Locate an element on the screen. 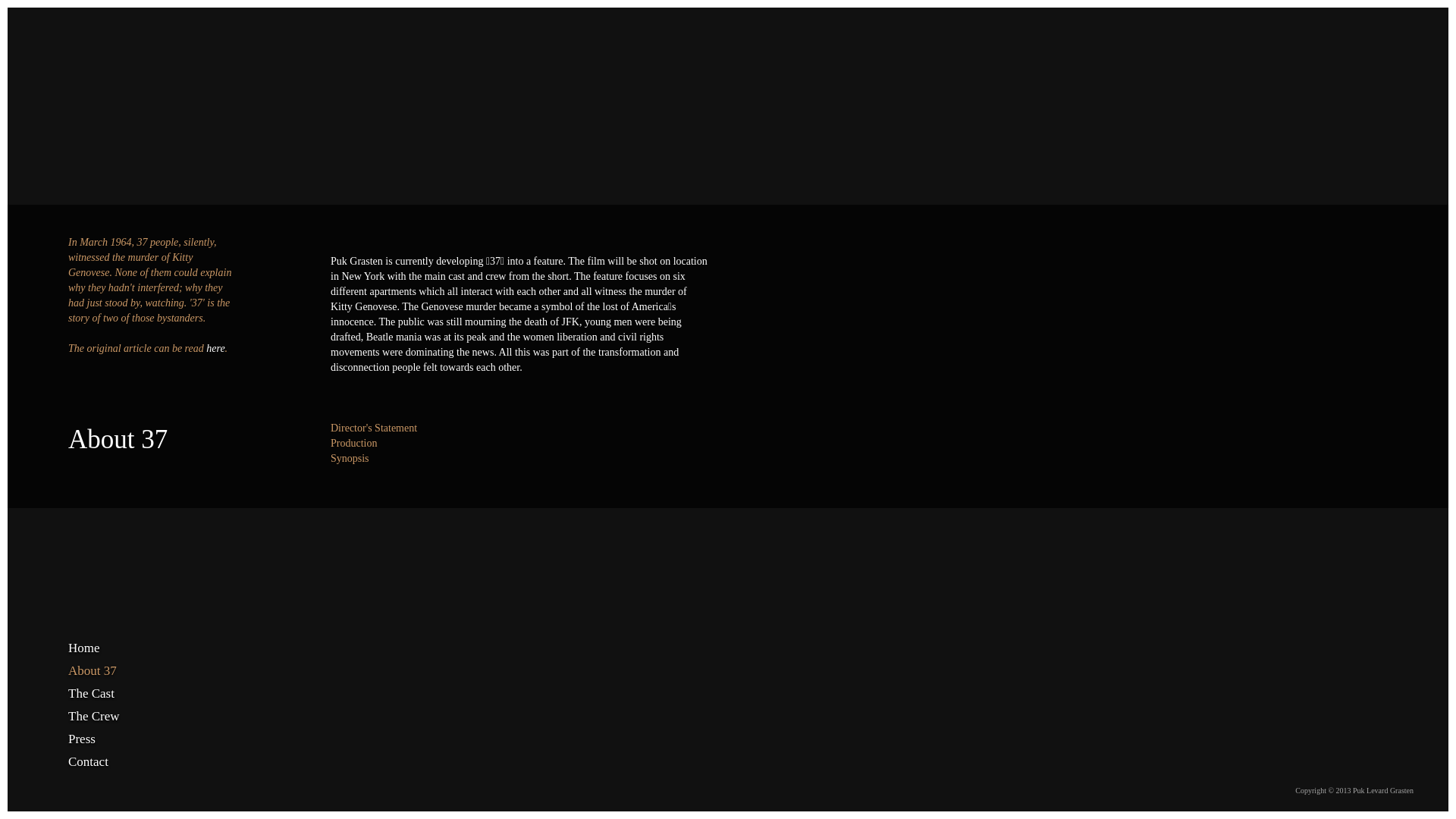 The width and height of the screenshot is (1456, 819). 'About 37' is located at coordinates (108, 670).